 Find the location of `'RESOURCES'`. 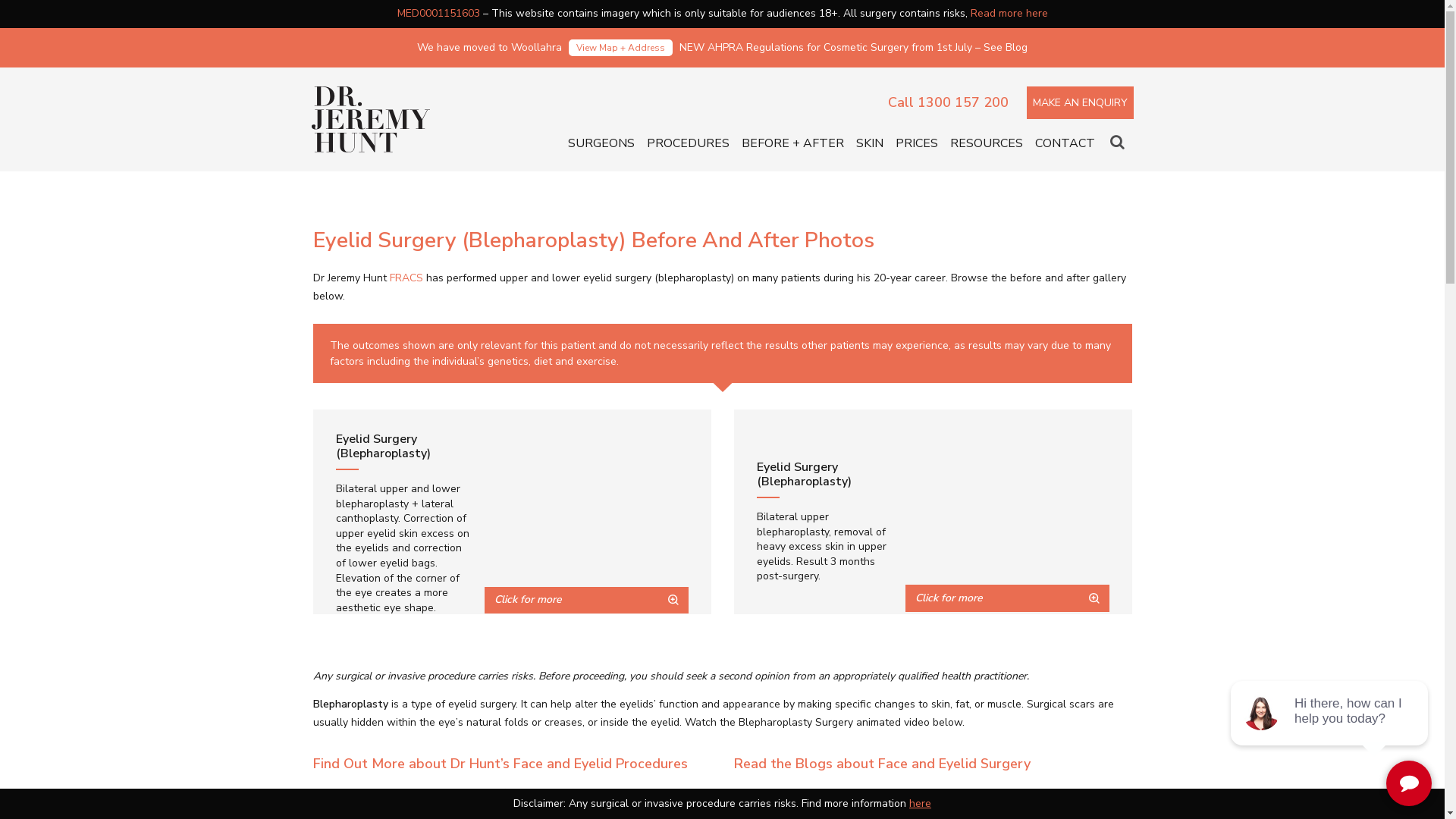

'RESOURCES' is located at coordinates (986, 143).